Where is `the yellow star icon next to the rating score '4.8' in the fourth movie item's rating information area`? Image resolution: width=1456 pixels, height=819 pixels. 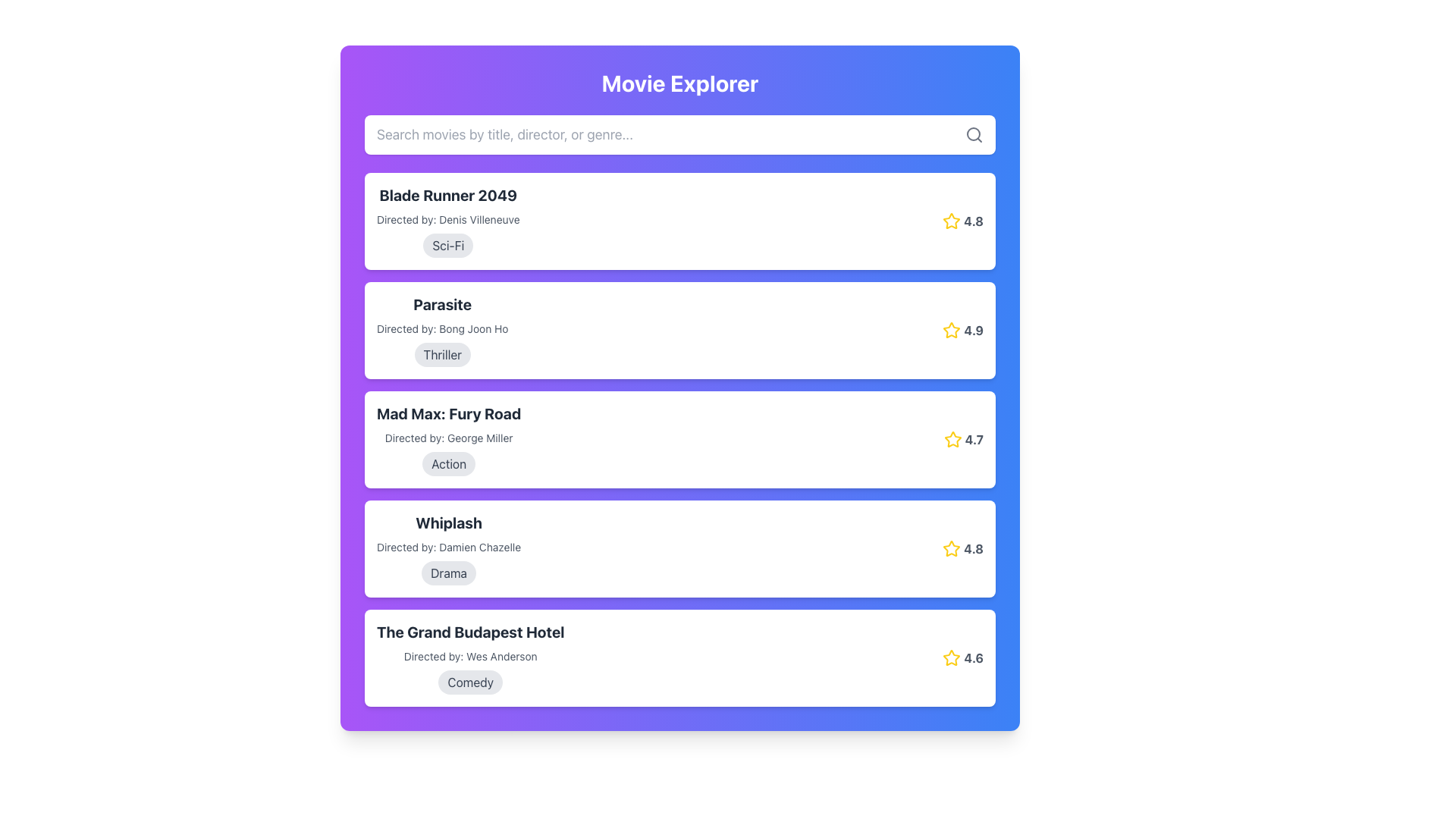 the yellow star icon next to the rating score '4.8' in the fourth movie item's rating information area is located at coordinates (951, 549).